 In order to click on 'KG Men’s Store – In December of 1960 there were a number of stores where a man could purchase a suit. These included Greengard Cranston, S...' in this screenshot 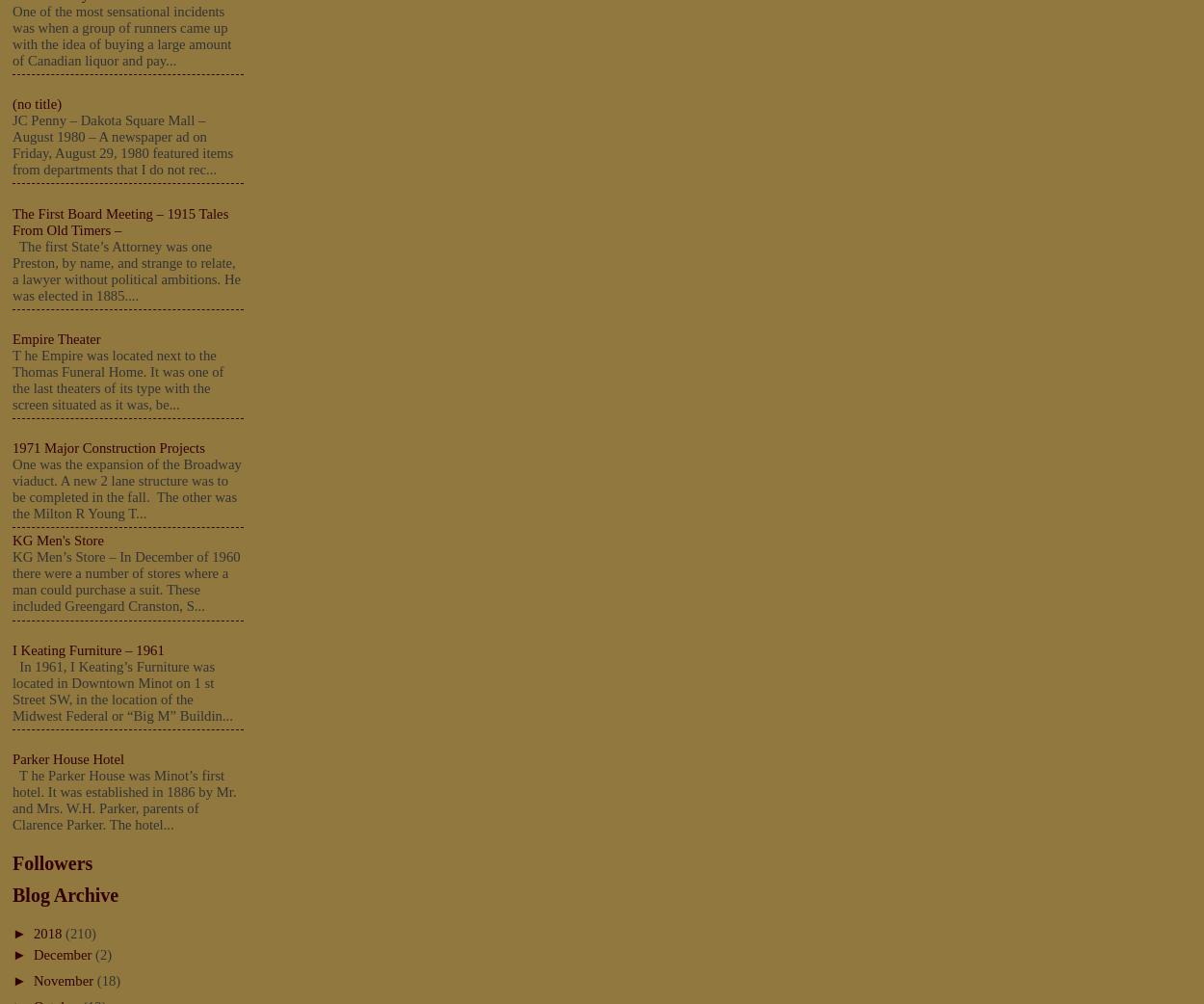, I will do `click(126, 580)`.